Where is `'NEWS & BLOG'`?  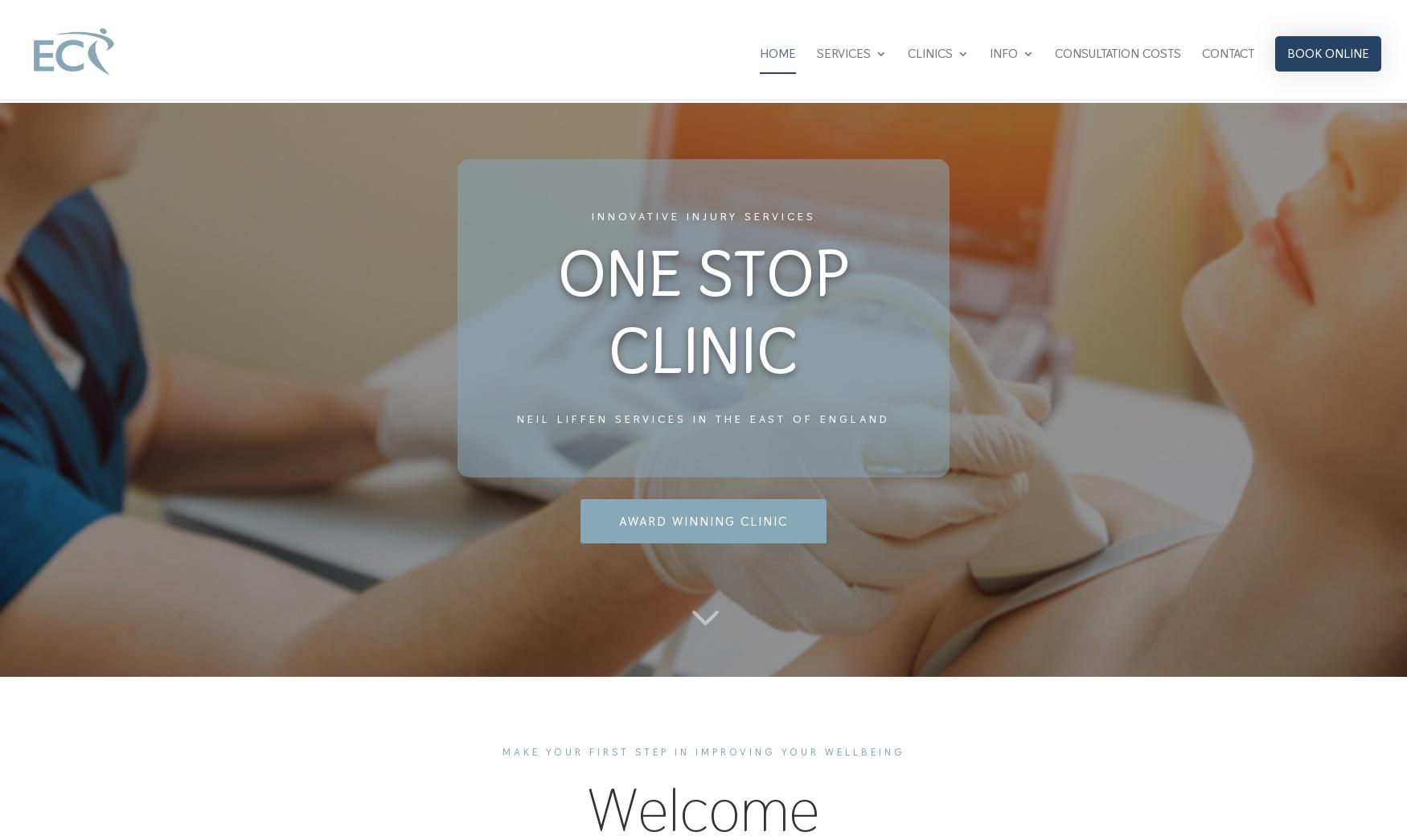
'NEWS & BLOG' is located at coordinates (1062, 256).